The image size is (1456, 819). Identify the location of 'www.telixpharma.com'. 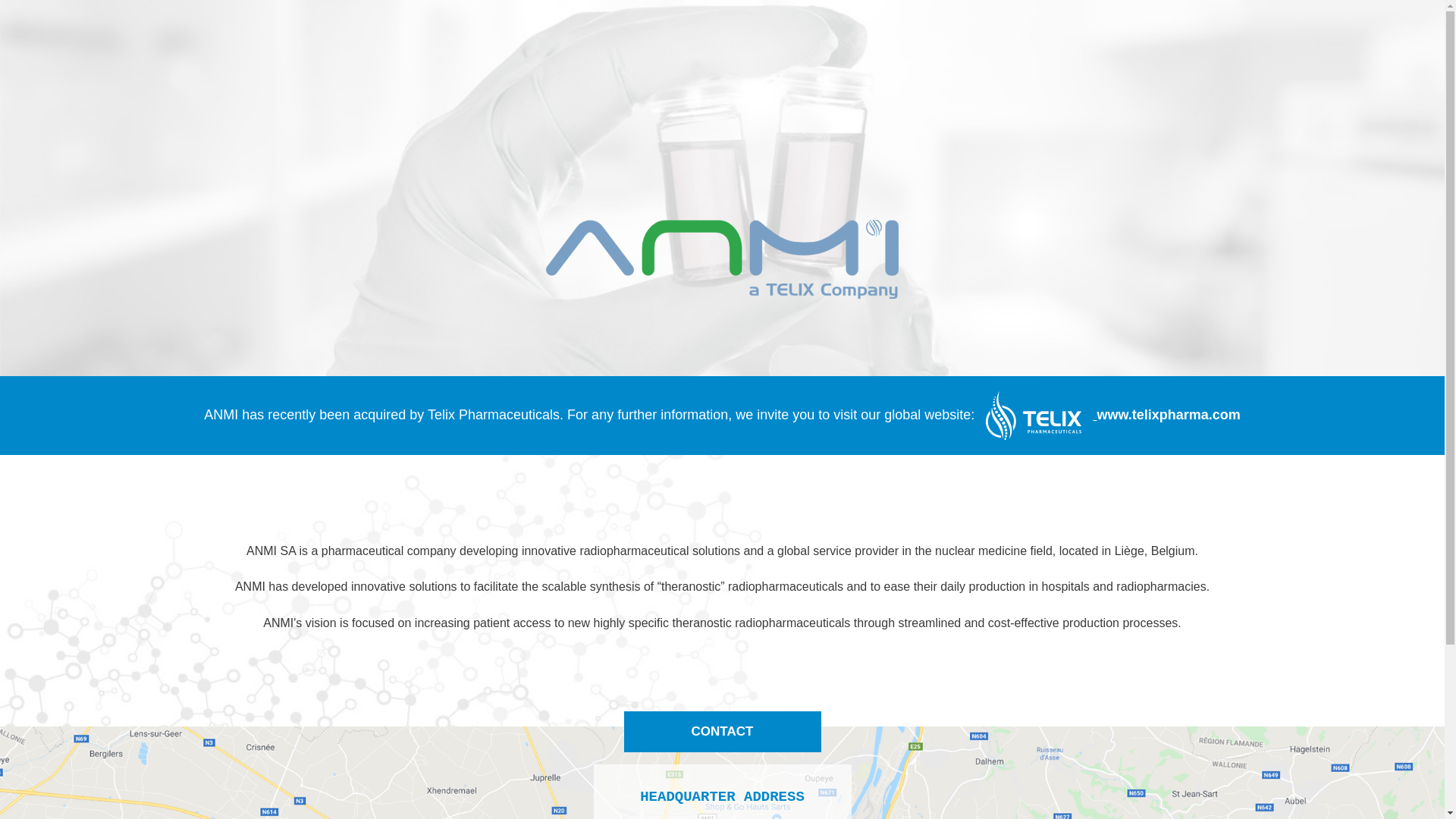
(1106, 415).